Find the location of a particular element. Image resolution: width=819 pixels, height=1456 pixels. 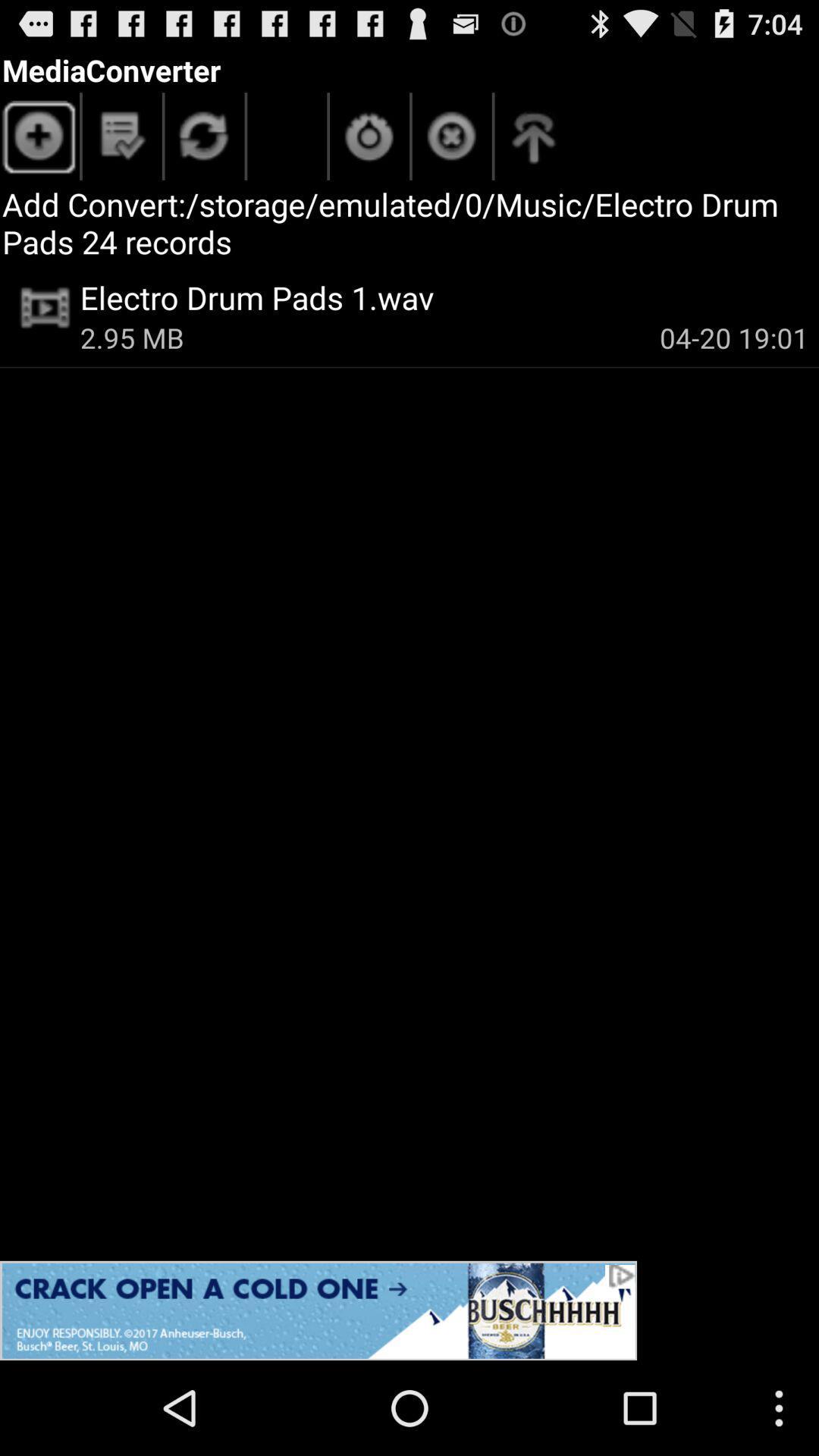

the refresh icon is located at coordinates (205, 150).